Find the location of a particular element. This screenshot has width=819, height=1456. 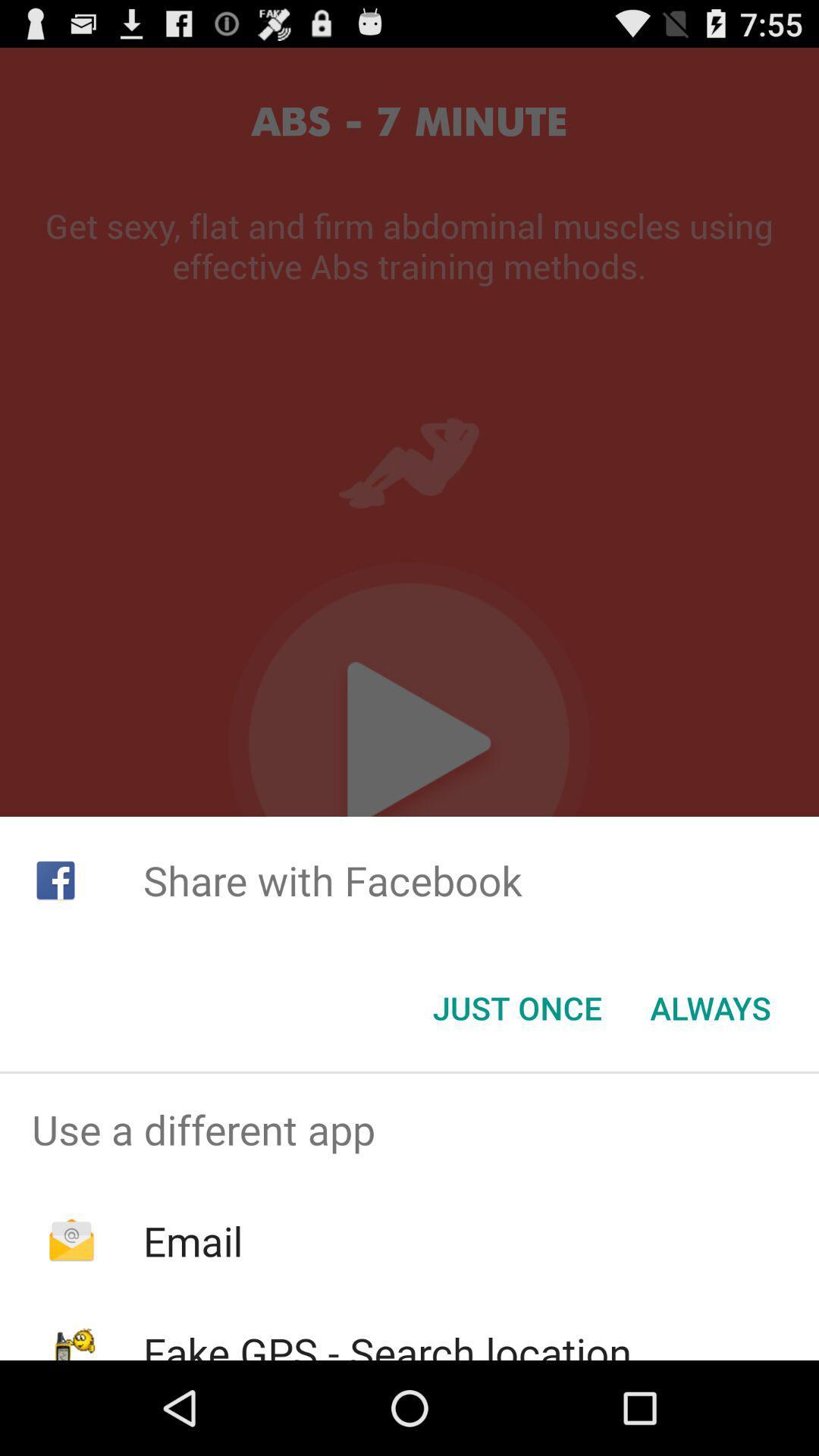

the icon above the fake gps search icon is located at coordinates (192, 1241).